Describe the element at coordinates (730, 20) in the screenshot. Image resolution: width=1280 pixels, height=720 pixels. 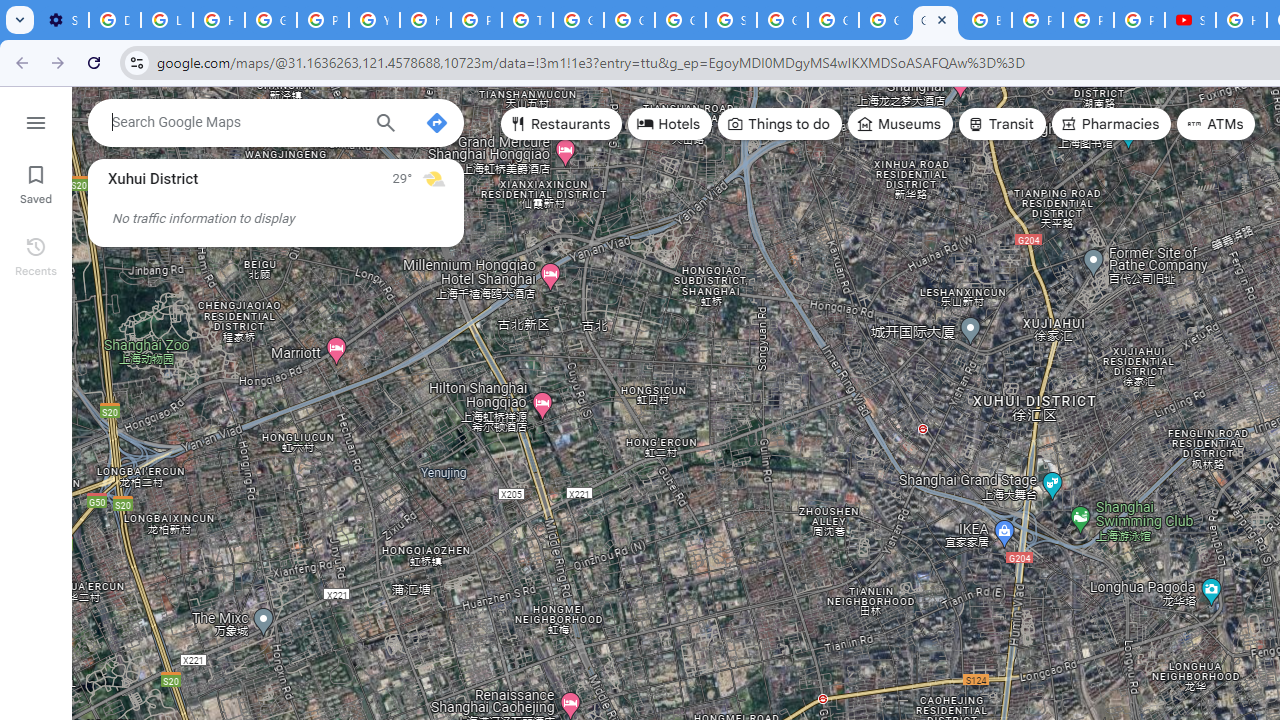
I see `'Sign in - Google Accounts'` at that location.